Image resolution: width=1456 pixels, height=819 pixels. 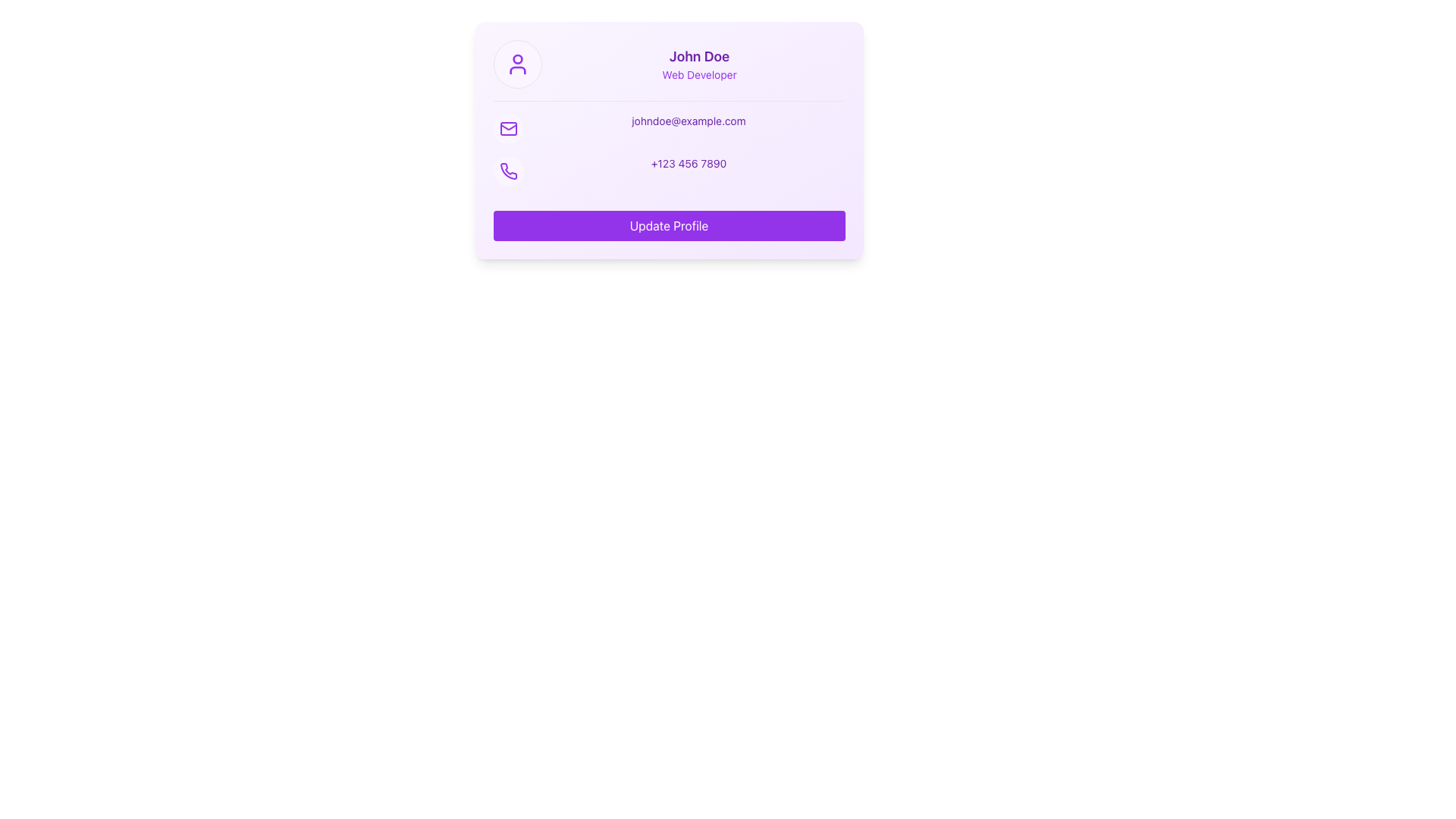 I want to click on the static text element displaying 'John Doe' in bold purple text, positioned at the top-center of the card interface, so click(x=698, y=55).